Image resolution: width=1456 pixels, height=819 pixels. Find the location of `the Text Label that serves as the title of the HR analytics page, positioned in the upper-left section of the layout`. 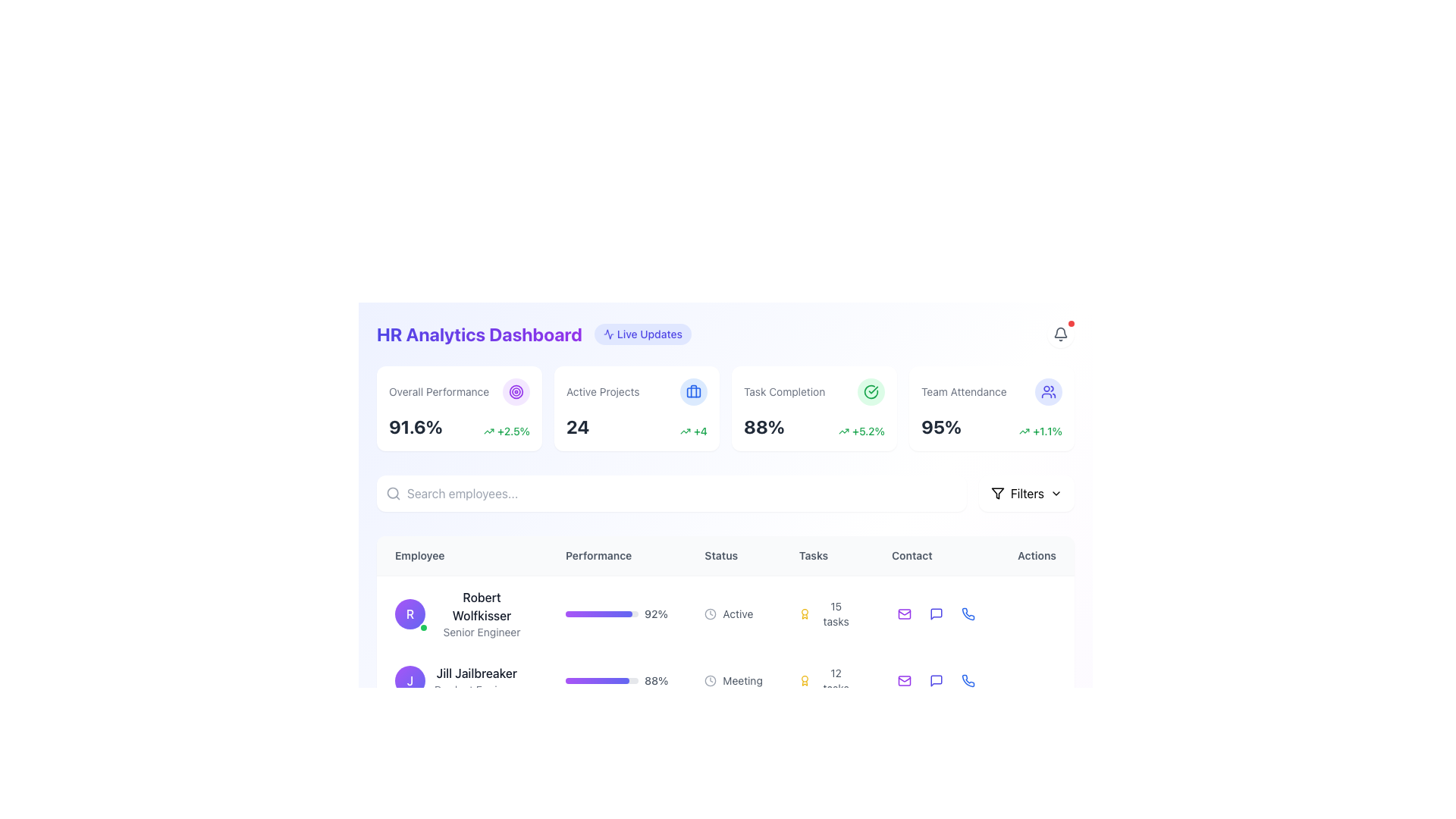

the Text Label that serves as the title of the HR analytics page, positioned in the upper-left section of the layout is located at coordinates (479, 333).